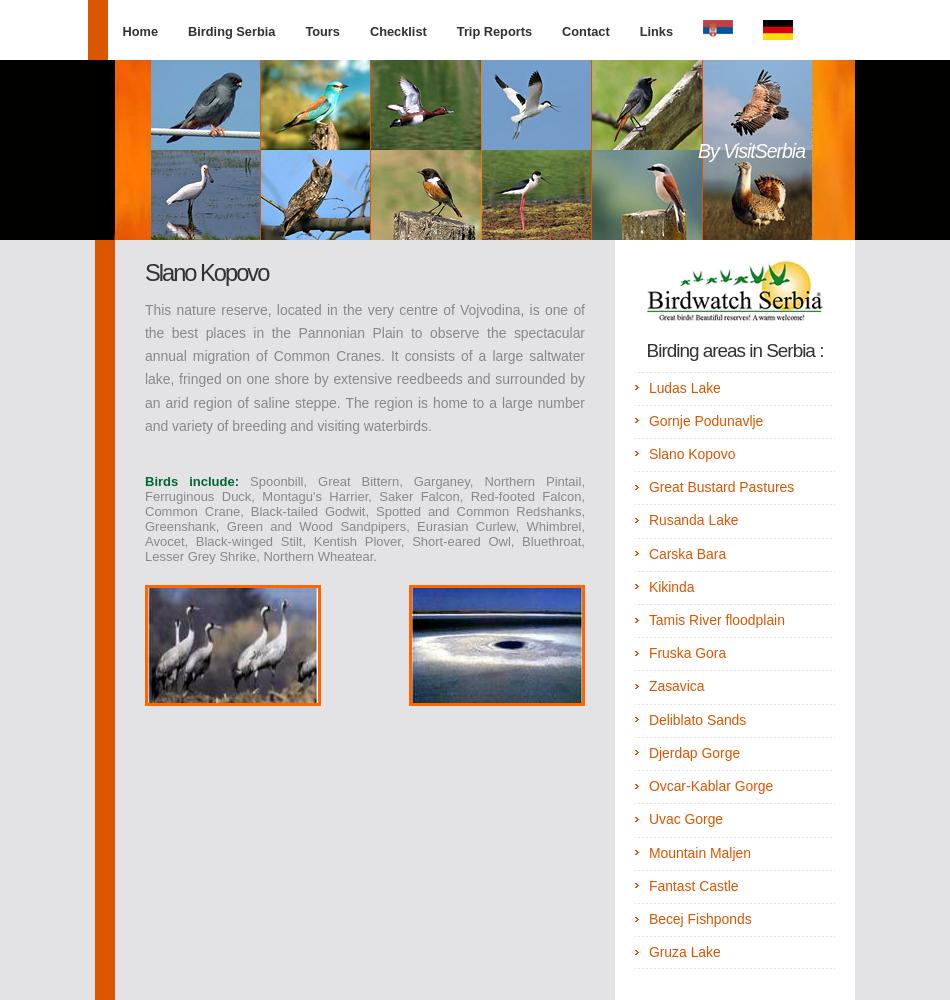 This screenshot has height=1000, width=950. Describe the element at coordinates (684, 951) in the screenshot. I see `'Gruza Lake'` at that location.